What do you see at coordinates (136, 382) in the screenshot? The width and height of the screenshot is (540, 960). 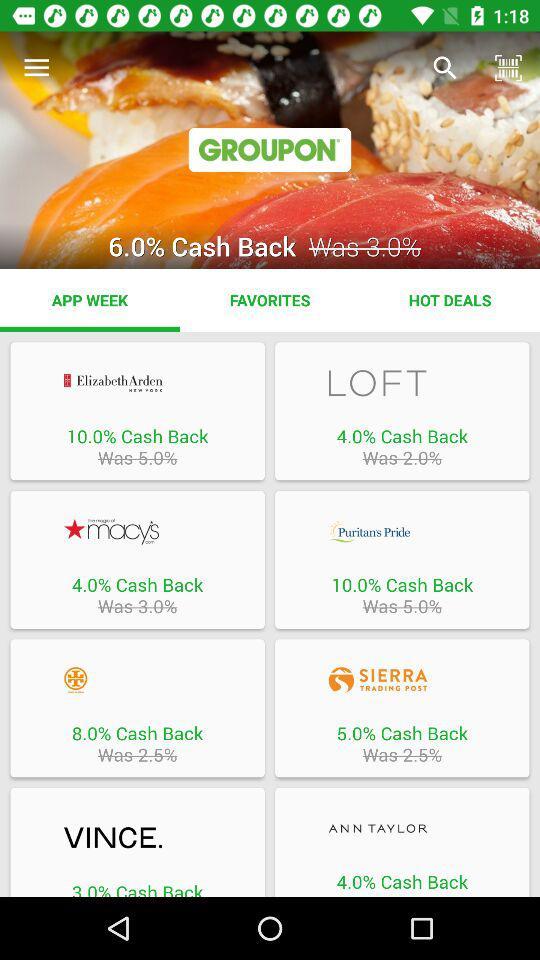 I see `elizabeth arden option` at bounding box center [136, 382].